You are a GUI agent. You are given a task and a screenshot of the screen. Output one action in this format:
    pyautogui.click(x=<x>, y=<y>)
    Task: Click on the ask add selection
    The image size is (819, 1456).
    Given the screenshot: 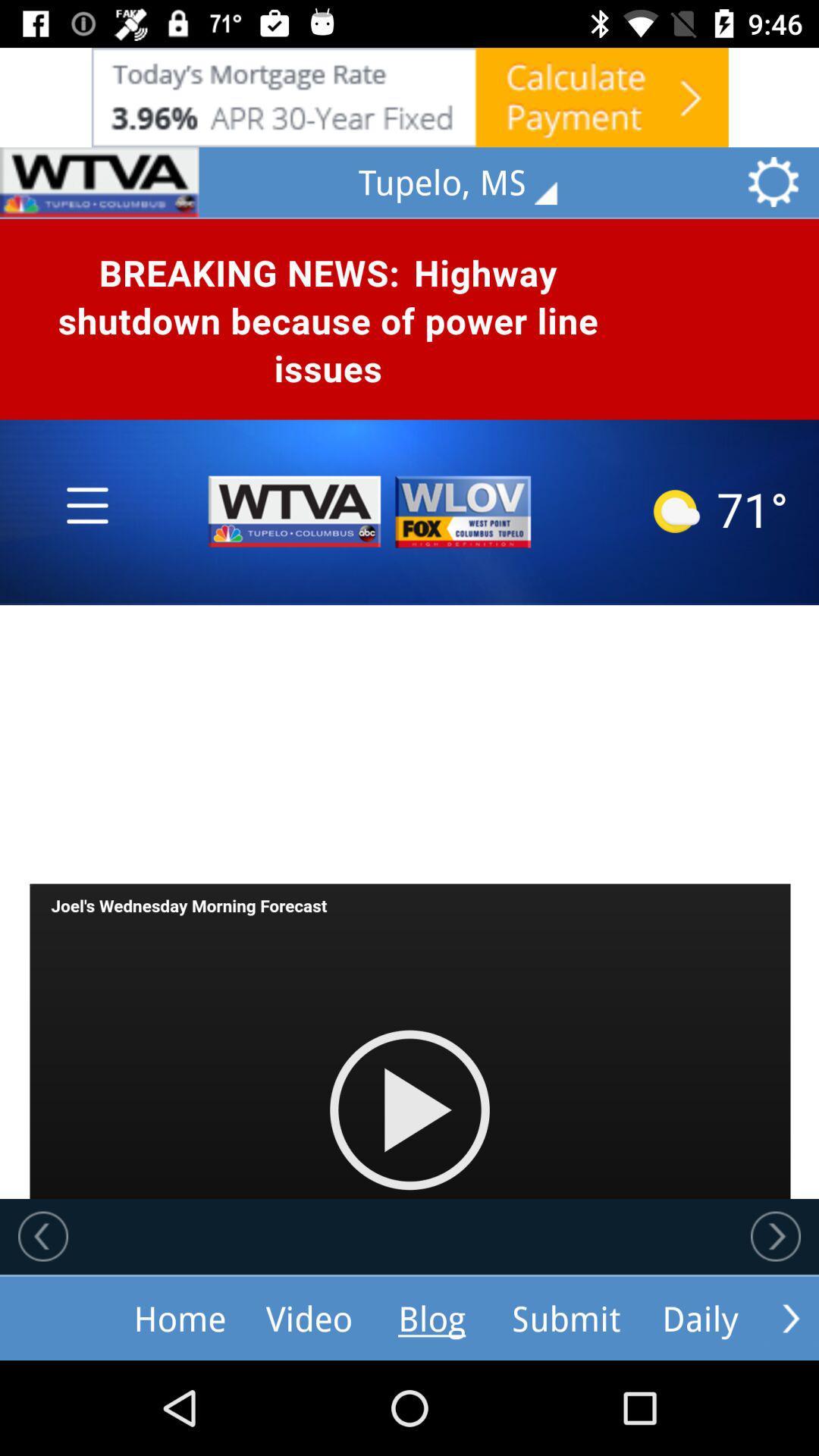 What is the action you would take?
    pyautogui.click(x=99, y=182)
    